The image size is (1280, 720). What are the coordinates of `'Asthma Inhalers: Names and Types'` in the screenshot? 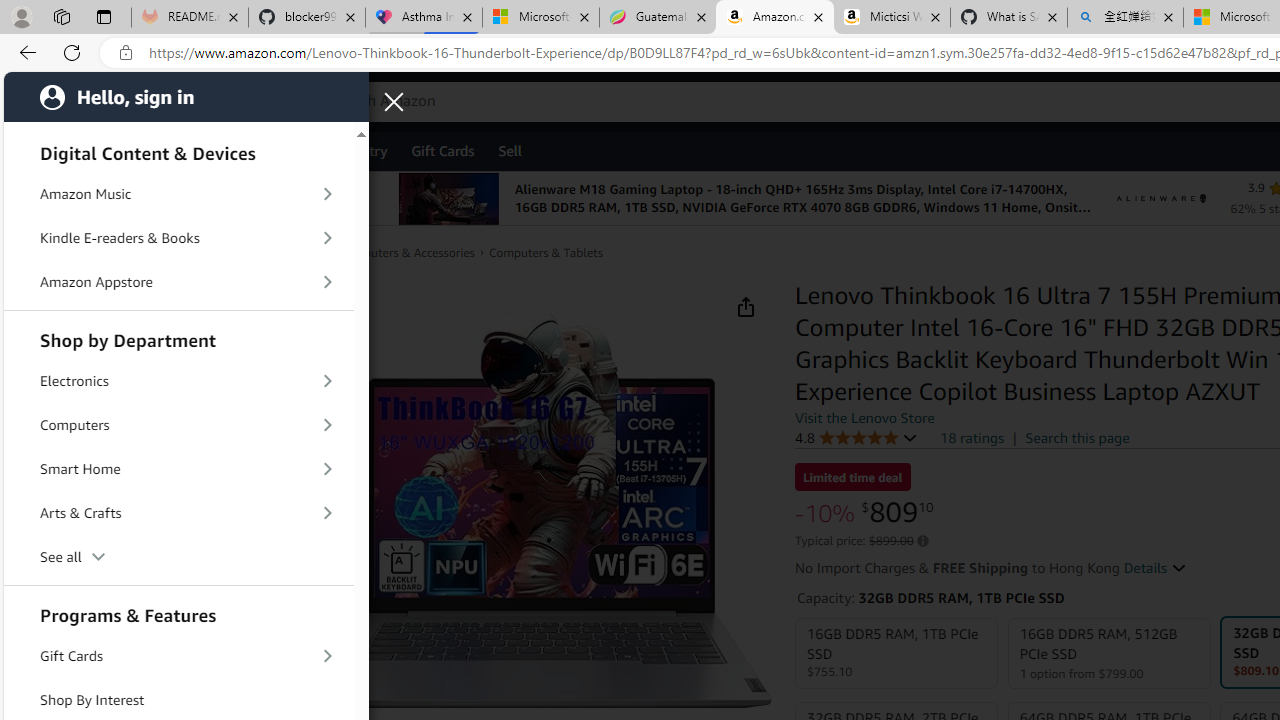 It's located at (423, 17).